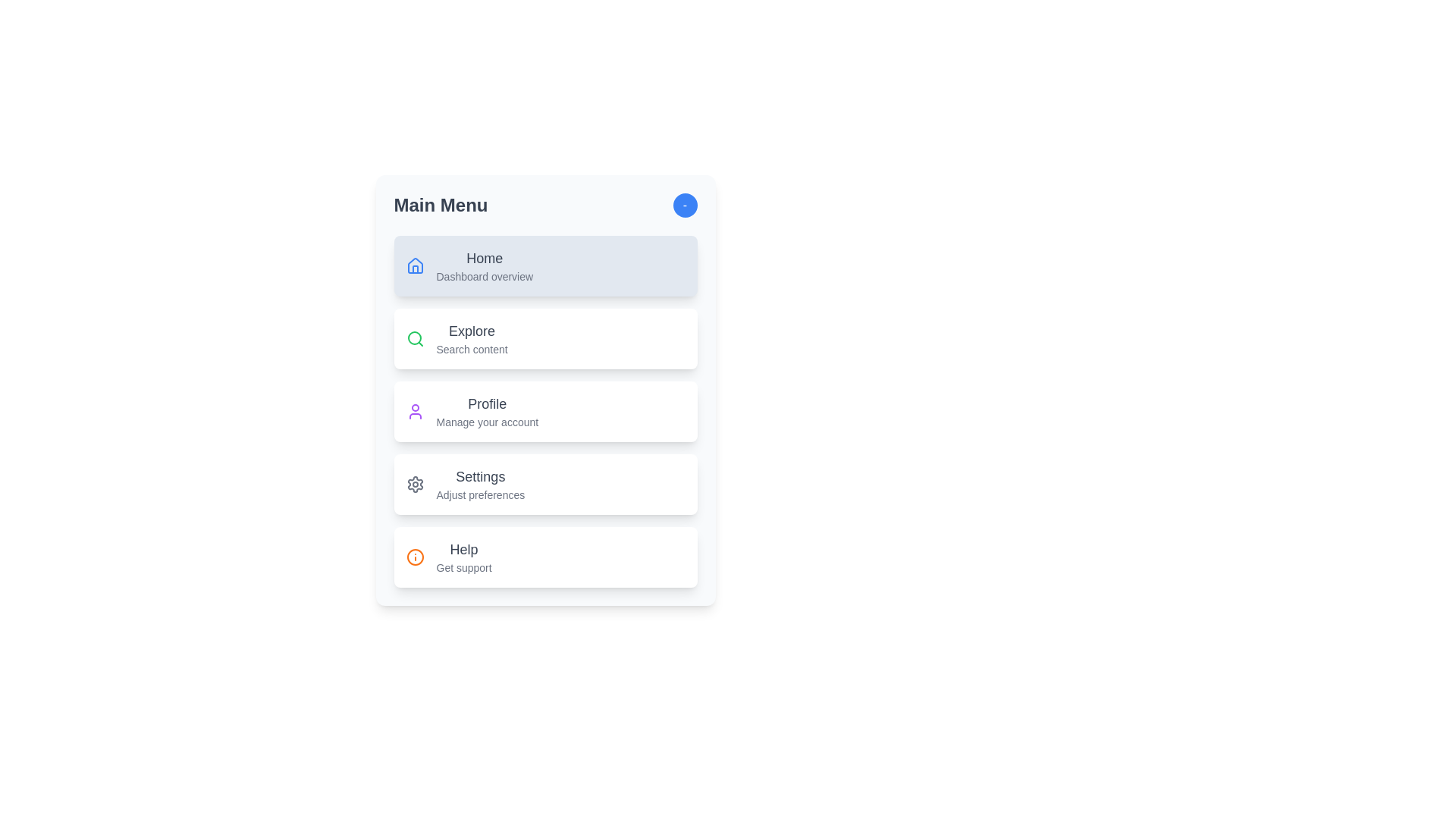  What do you see at coordinates (545, 265) in the screenshot?
I see `the menu item labeled 'Home' to observe visual feedback` at bounding box center [545, 265].